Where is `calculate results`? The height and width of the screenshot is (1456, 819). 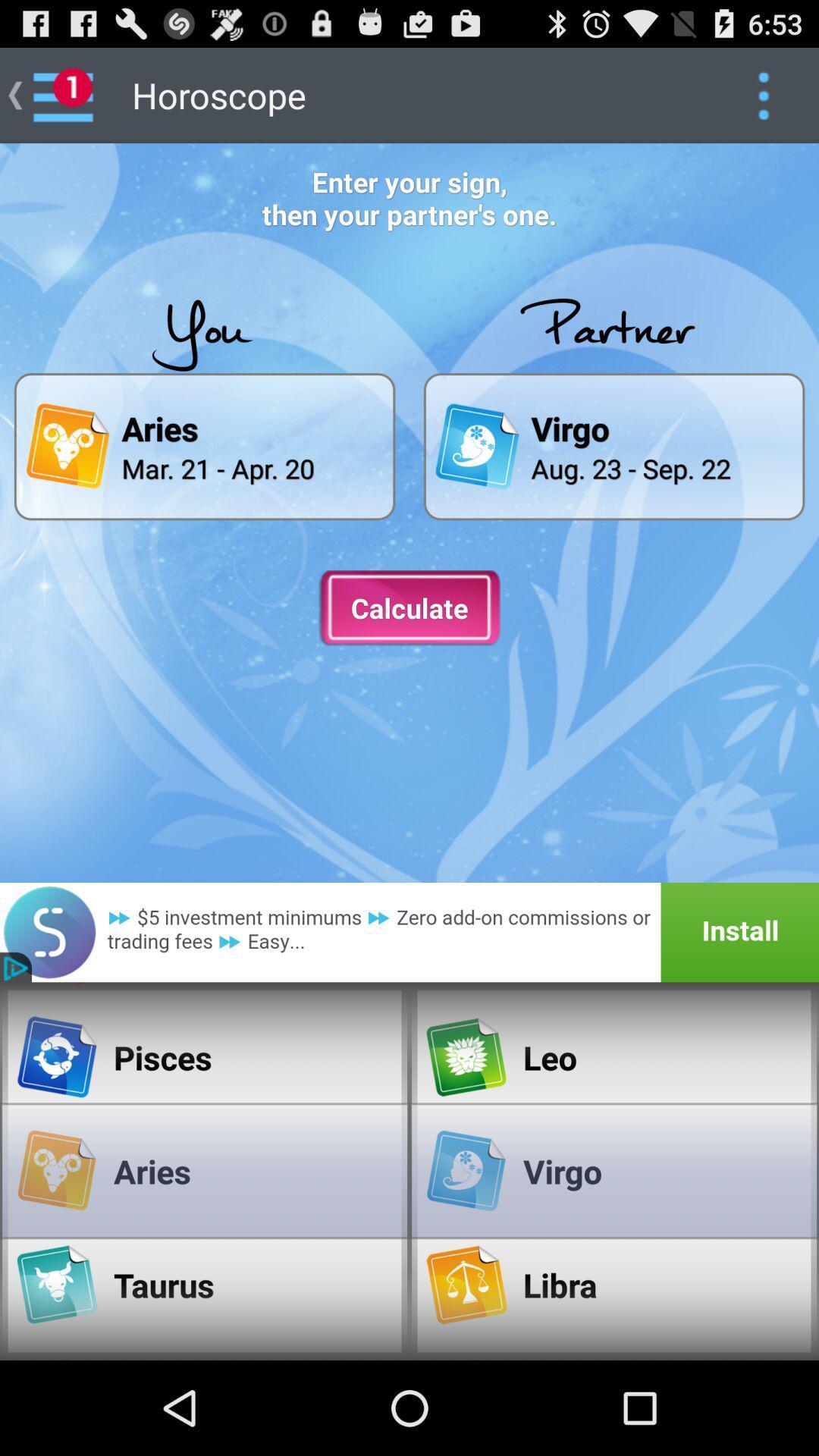 calculate results is located at coordinates (409, 608).